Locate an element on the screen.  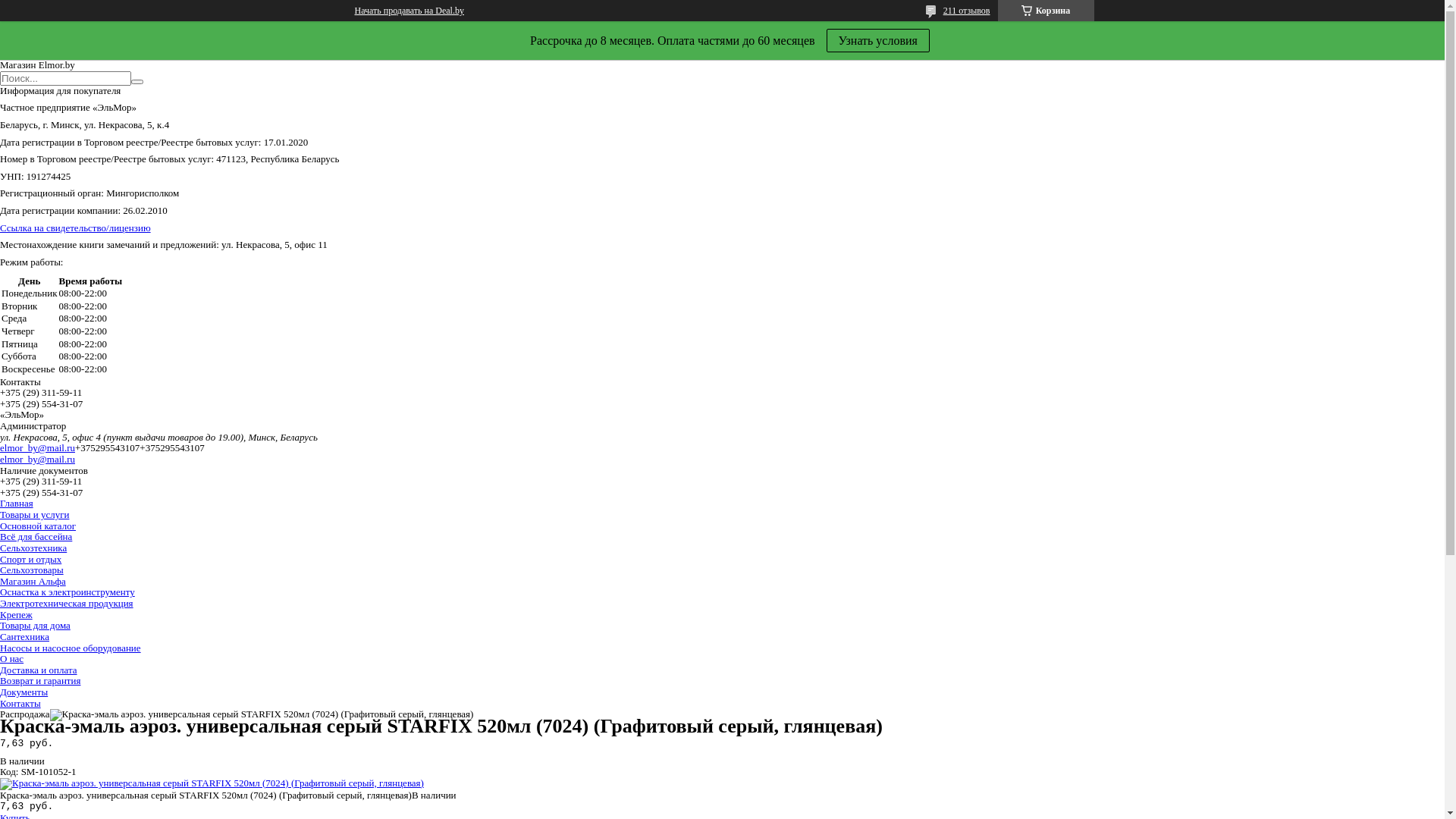
'elmor_by@mail.ru' is located at coordinates (37, 447).